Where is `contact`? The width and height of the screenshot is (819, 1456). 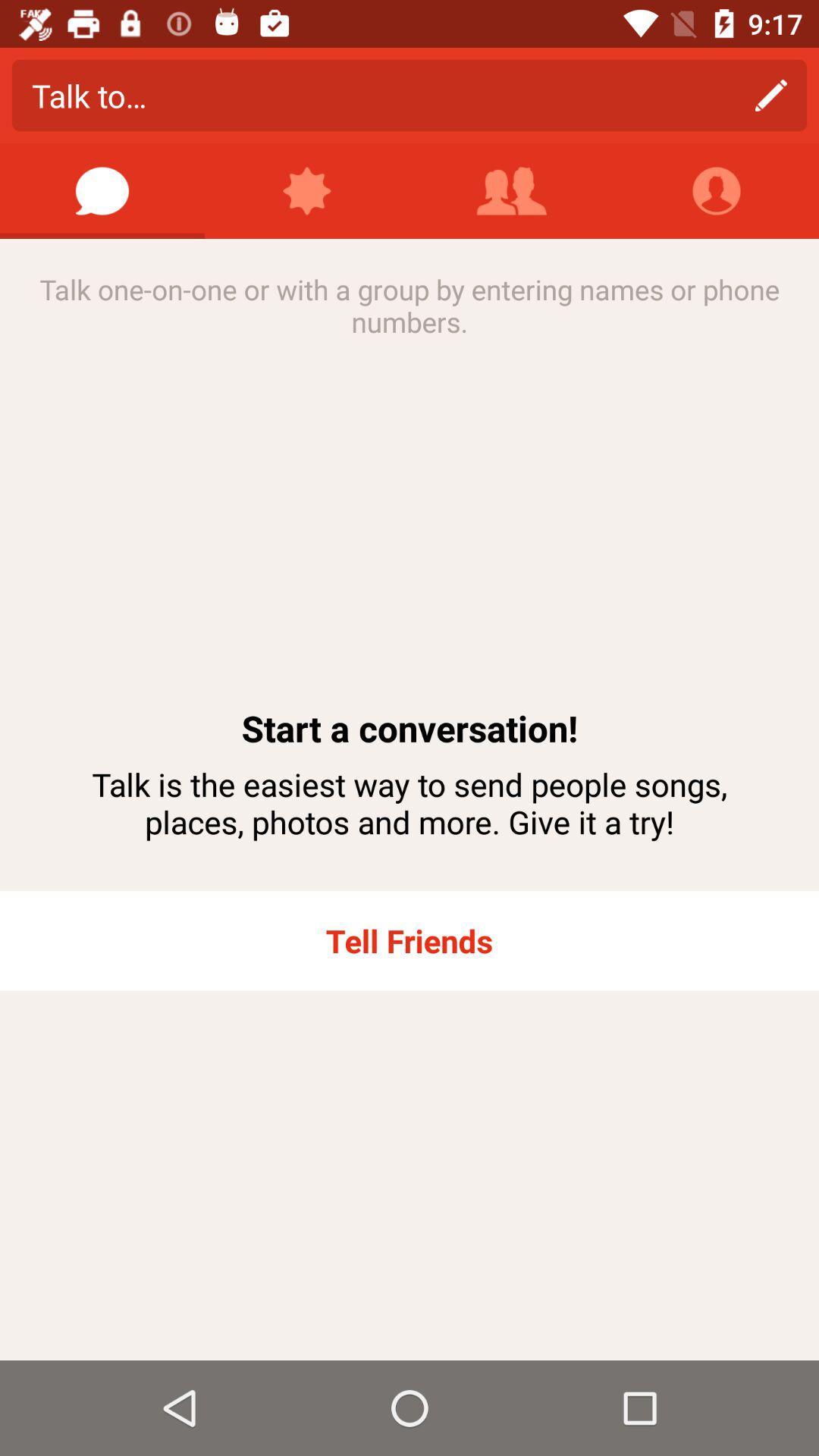 contact is located at coordinates (512, 190).